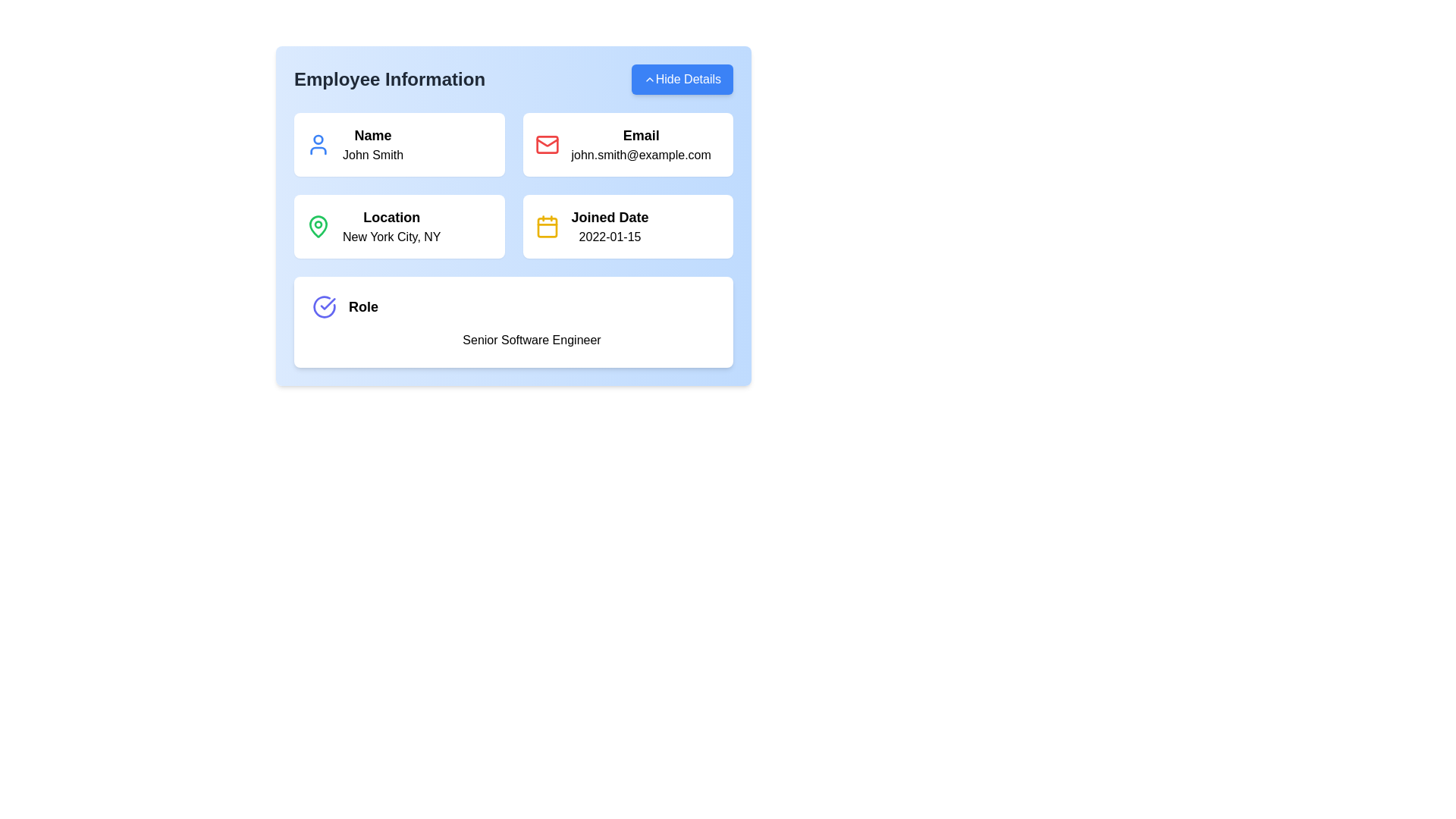 This screenshot has height=819, width=1456. What do you see at coordinates (546, 227) in the screenshot?
I see `the yellow calendar icon located to the left of the 'Joined Date' text in the 'Employee Information' card` at bounding box center [546, 227].